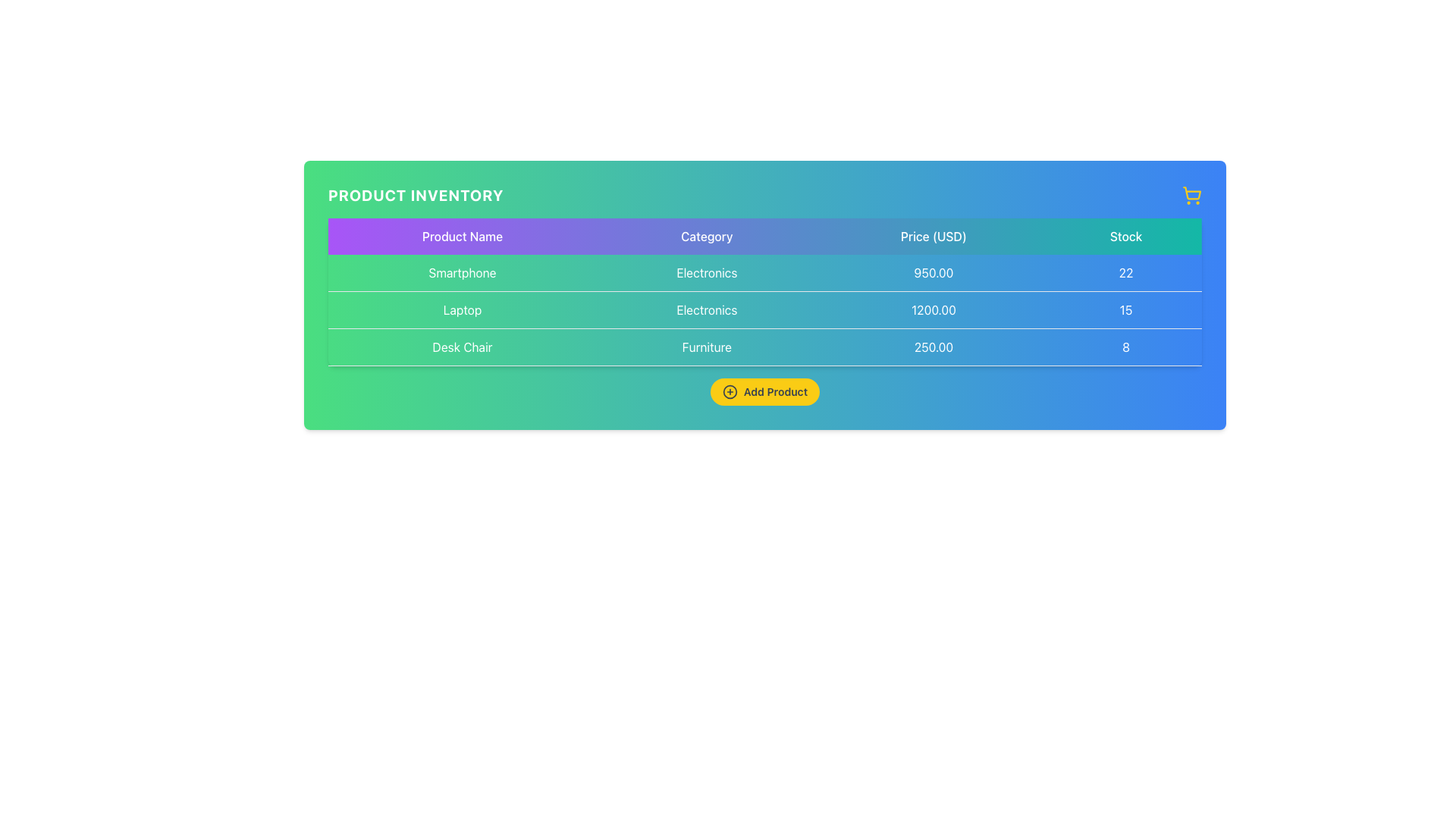 The image size is (1456, 819). Describe the element at coordinates (764, 273) in the screenshot. I see `the first row of the product inventory table which displays product details such as name, category, price, and stock quantity` at that location.